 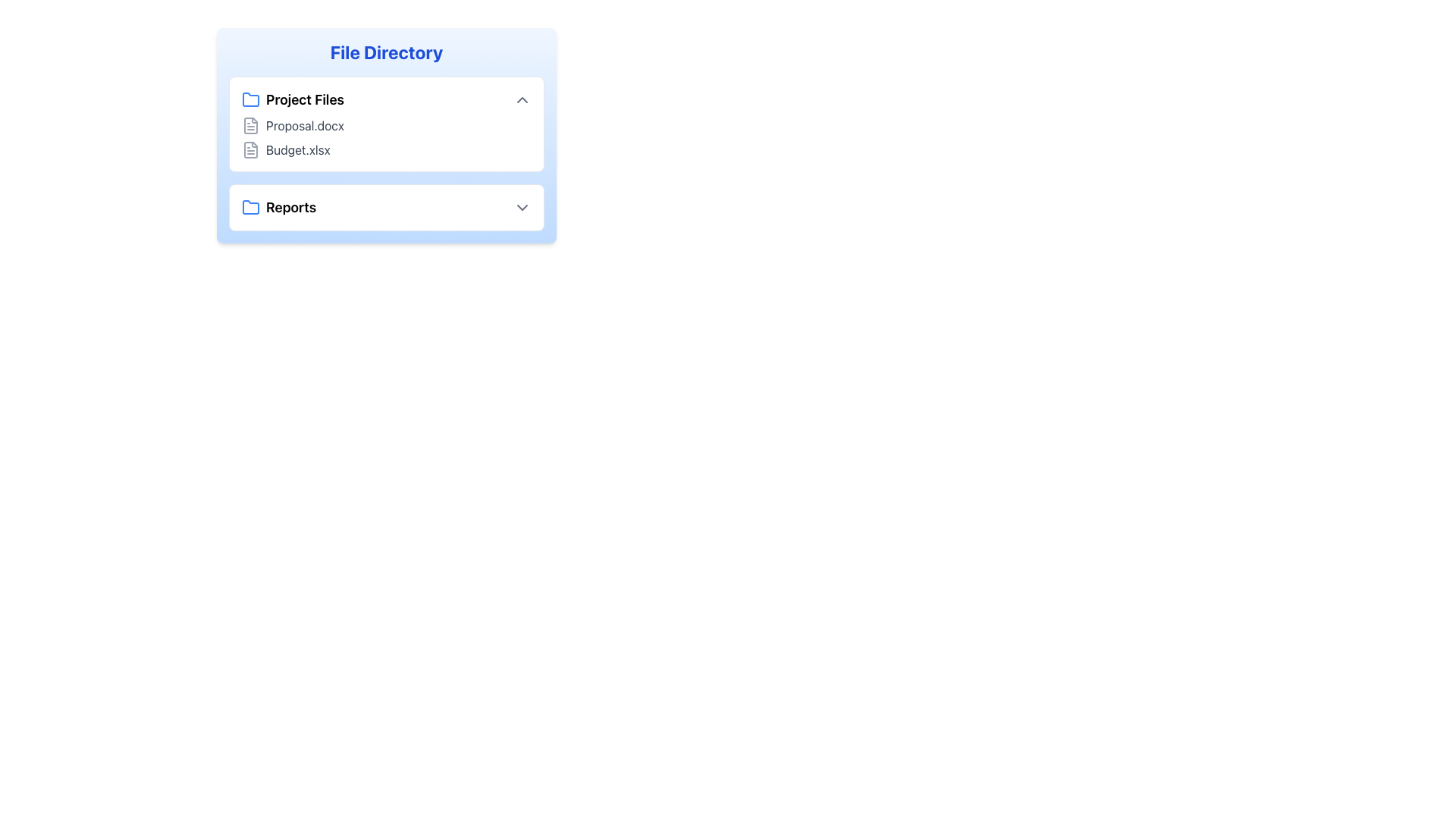 What do you see at coordinates (251, 99) in the screenshot?
I see `the folder icon representing the 'Project Files'` at bounding box center [251, 99].